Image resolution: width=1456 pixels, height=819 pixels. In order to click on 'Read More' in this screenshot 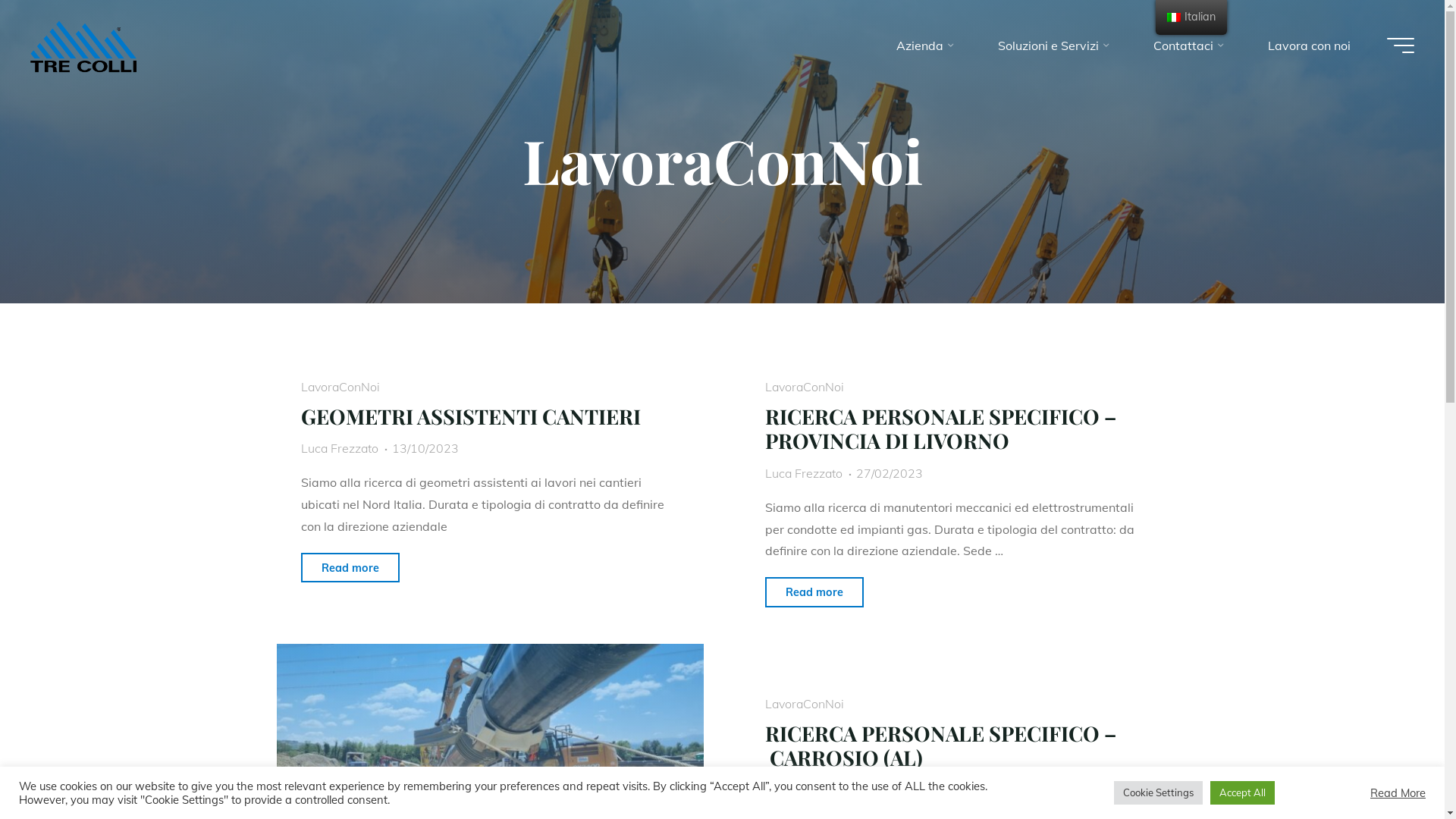, I will do `click(1397, 792)`.